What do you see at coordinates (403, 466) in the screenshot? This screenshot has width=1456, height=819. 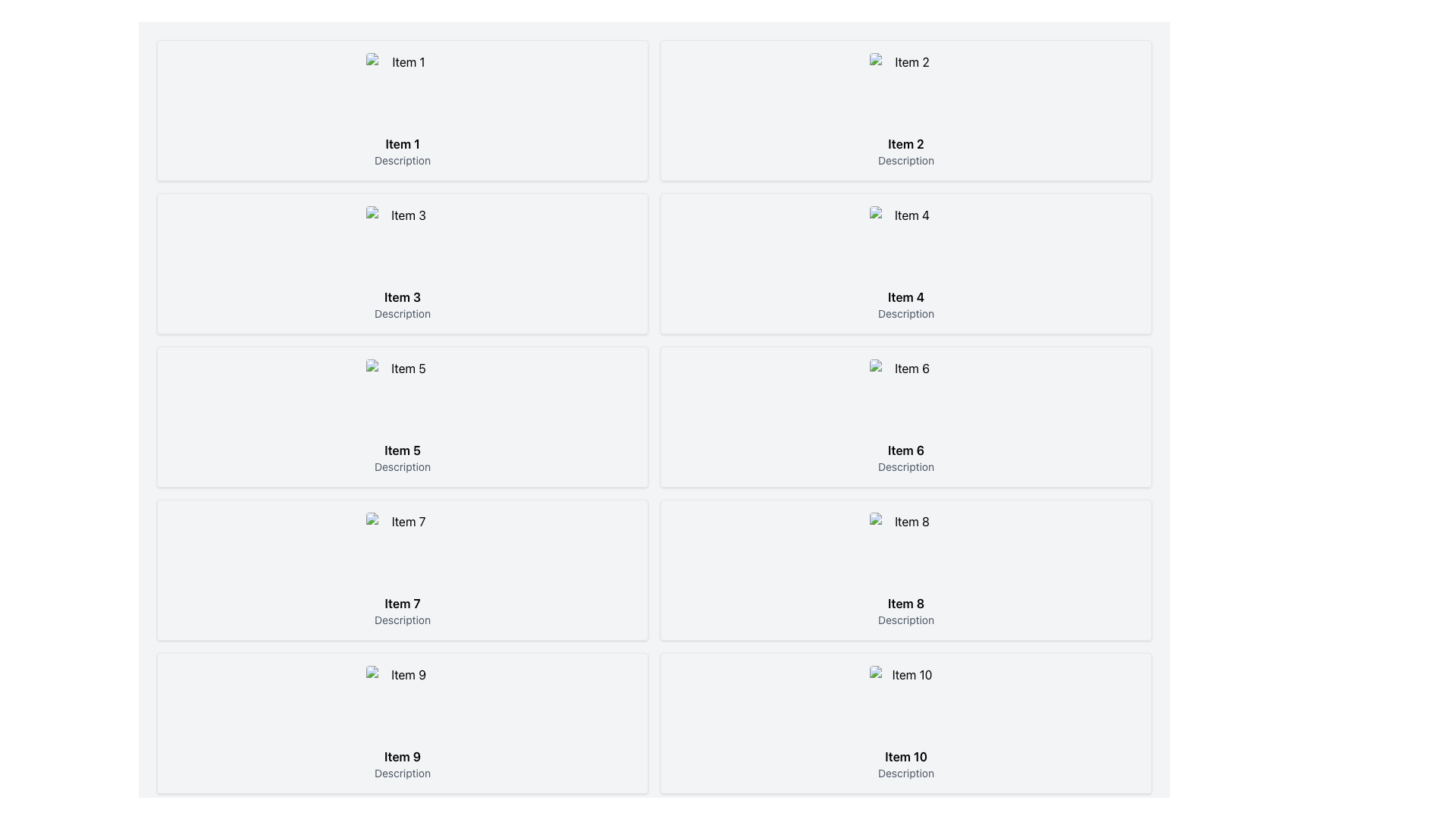 I see `text component displaying 'Description' located within the card for 'Item 5', positioned below the bold 'Item 5' text` at bounding box center [403, 466].